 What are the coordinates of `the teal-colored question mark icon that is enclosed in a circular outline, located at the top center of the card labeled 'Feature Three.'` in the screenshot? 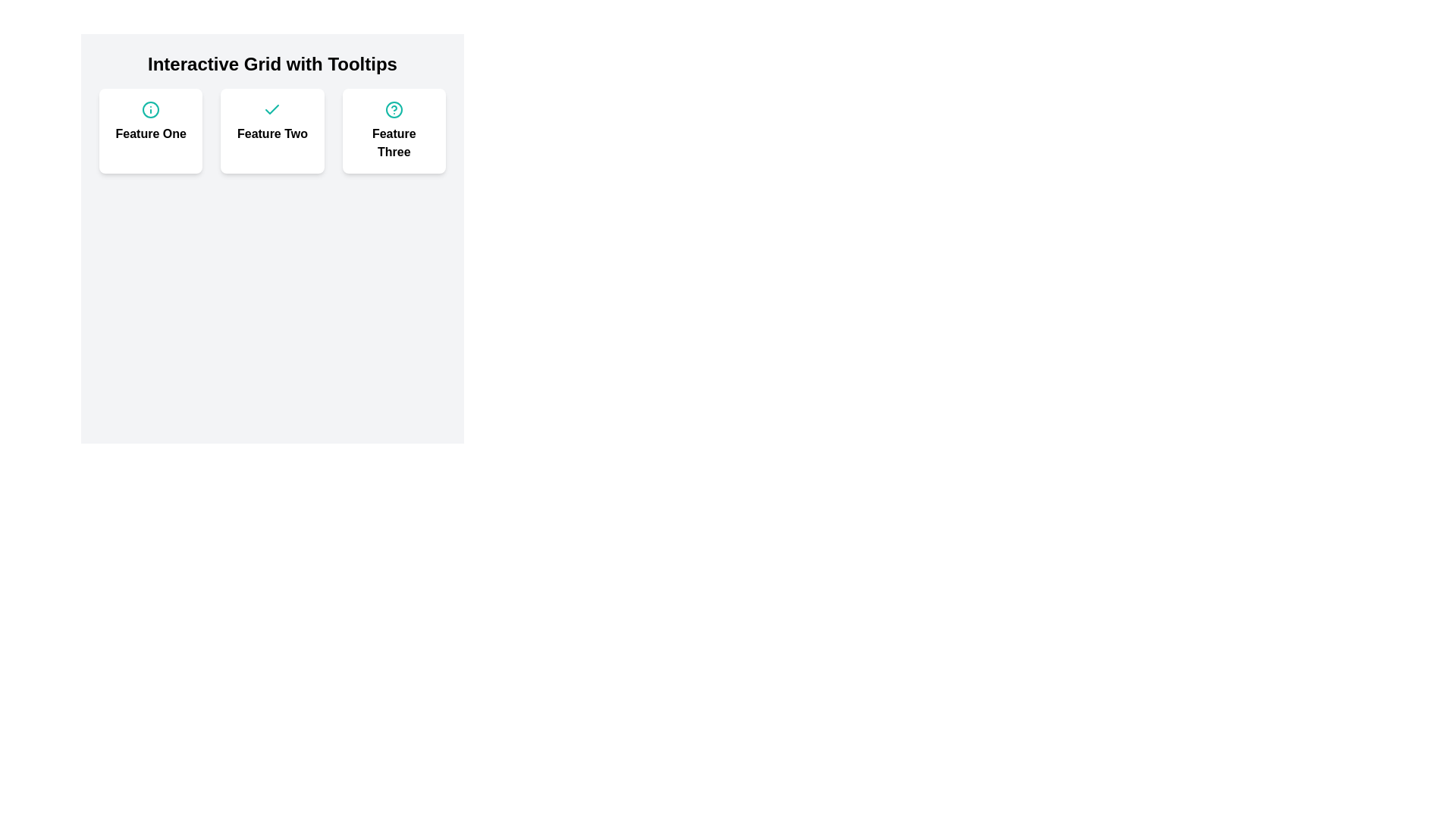 It's located at (394, 109).